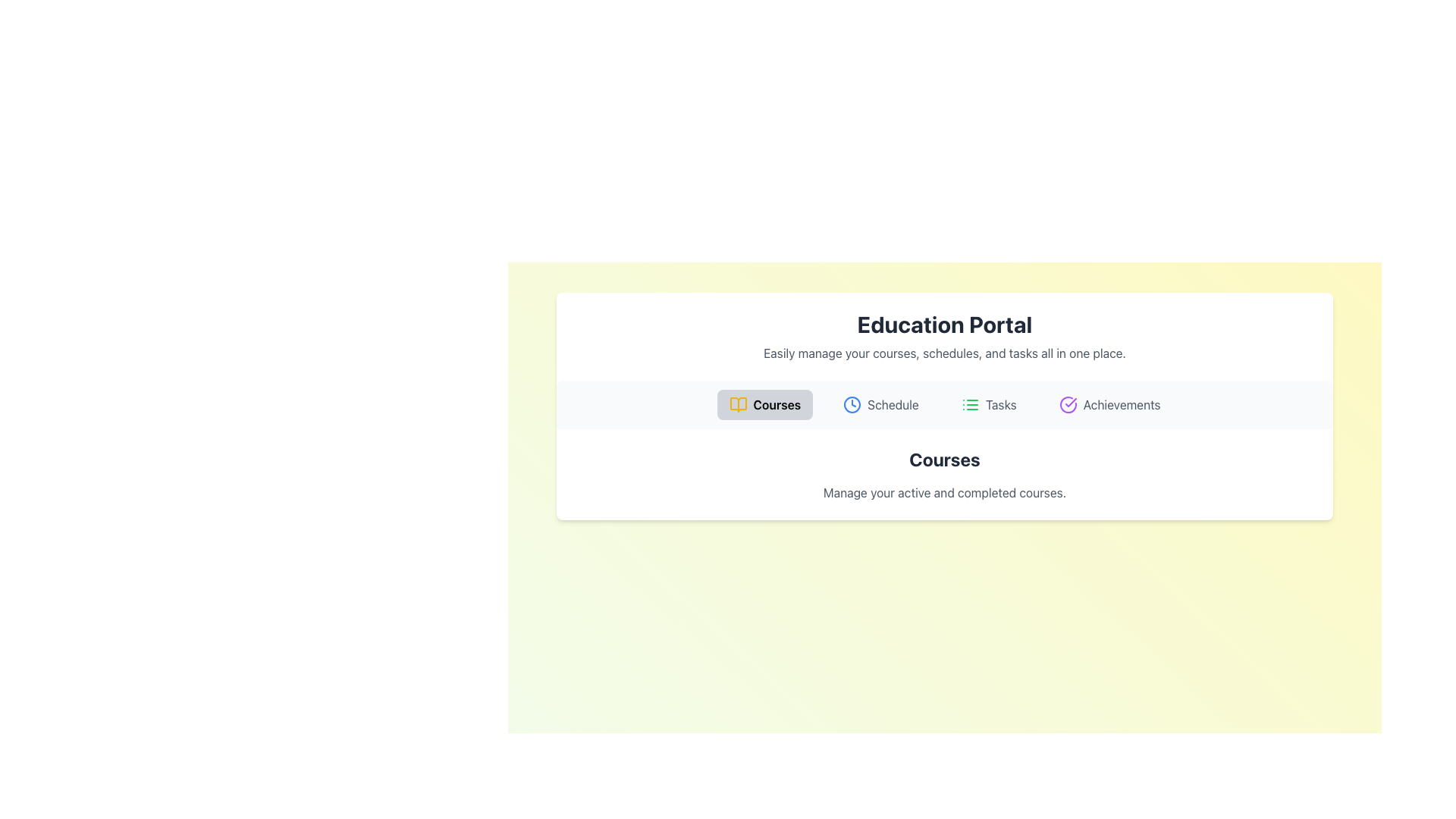 The image size is (1456, 819). Describe the element at coordinates (852, 403) in the screenshot. I see `the small blue clock icon with red hands located in the 'Schedule' section, positioned between the 'Courses' and 'Tasks' sections` at that location.